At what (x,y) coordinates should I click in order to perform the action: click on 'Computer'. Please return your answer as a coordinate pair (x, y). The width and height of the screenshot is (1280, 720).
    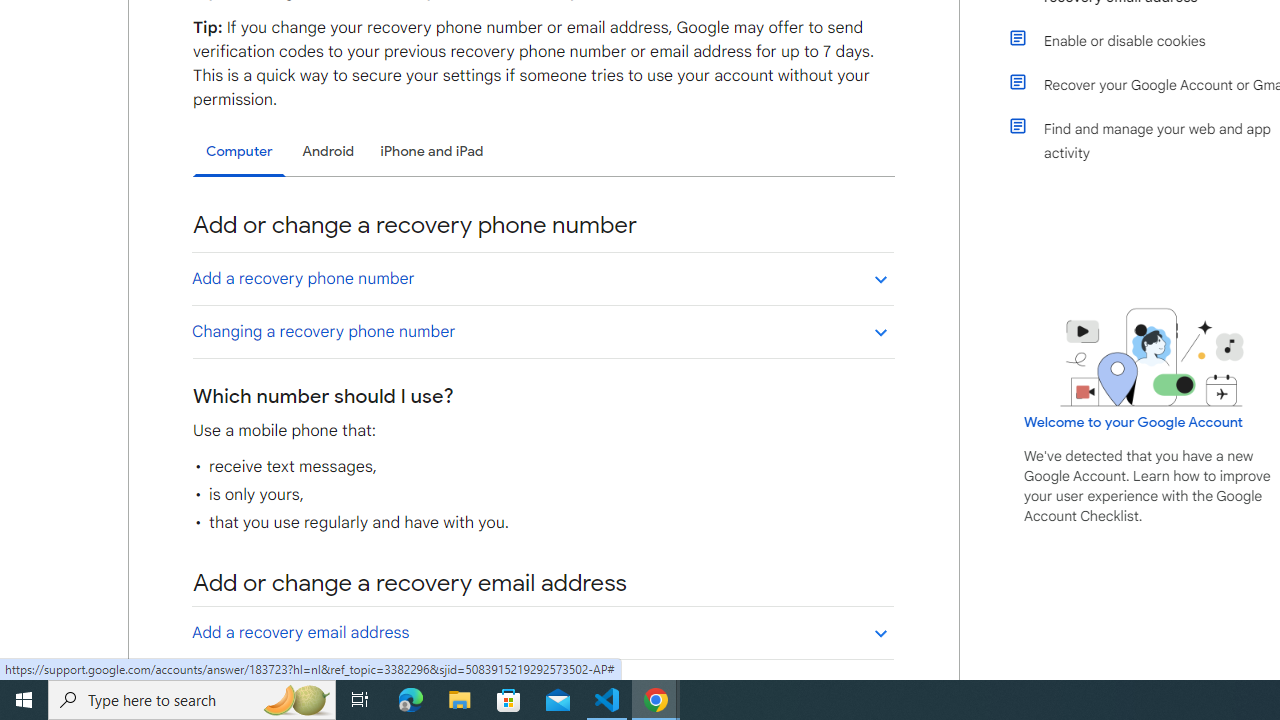
    Looking at the image, I should click on (239, 151).